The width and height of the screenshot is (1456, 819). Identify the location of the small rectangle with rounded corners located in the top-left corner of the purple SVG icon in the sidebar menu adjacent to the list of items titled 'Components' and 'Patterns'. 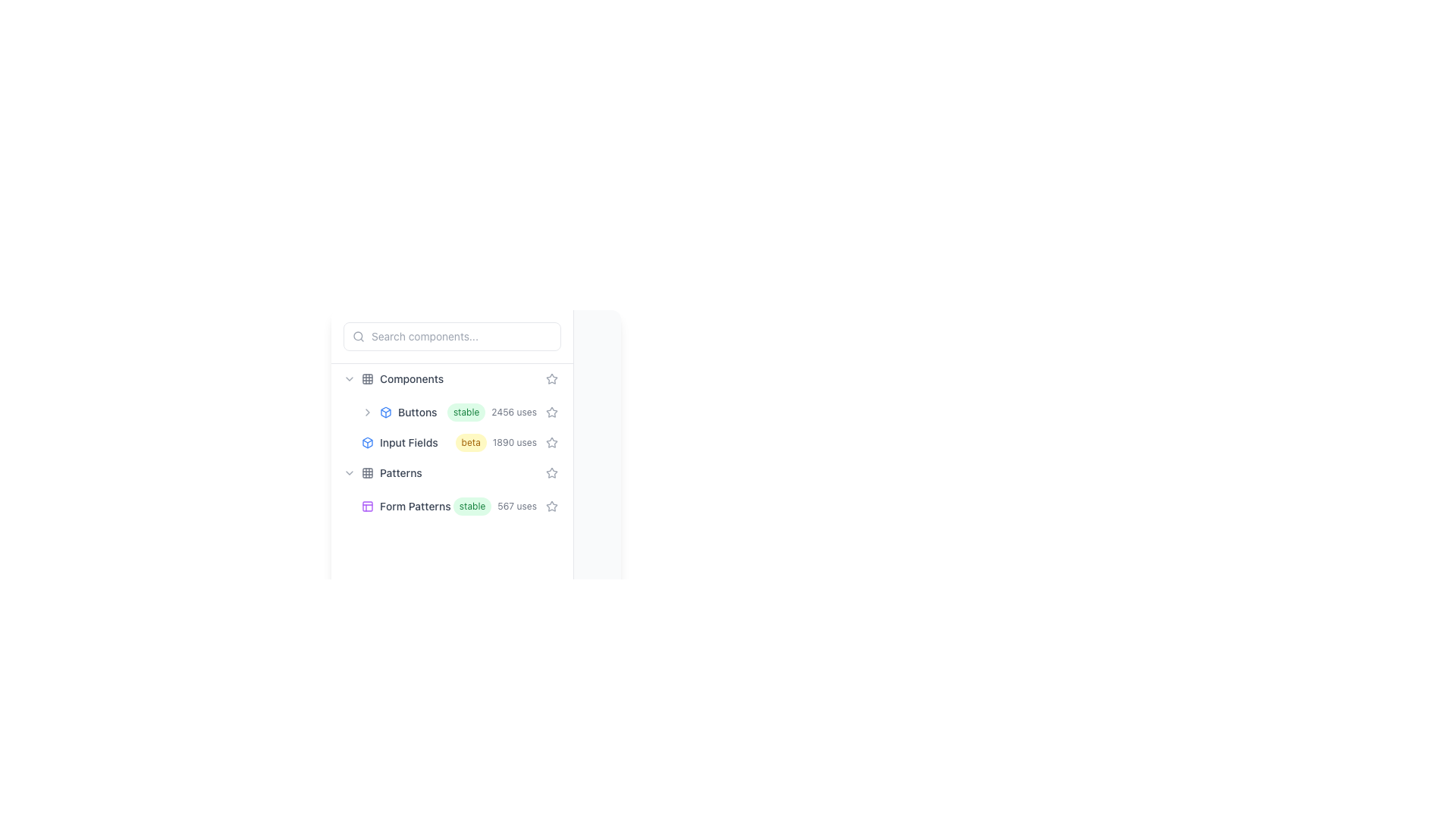
(367, 506).